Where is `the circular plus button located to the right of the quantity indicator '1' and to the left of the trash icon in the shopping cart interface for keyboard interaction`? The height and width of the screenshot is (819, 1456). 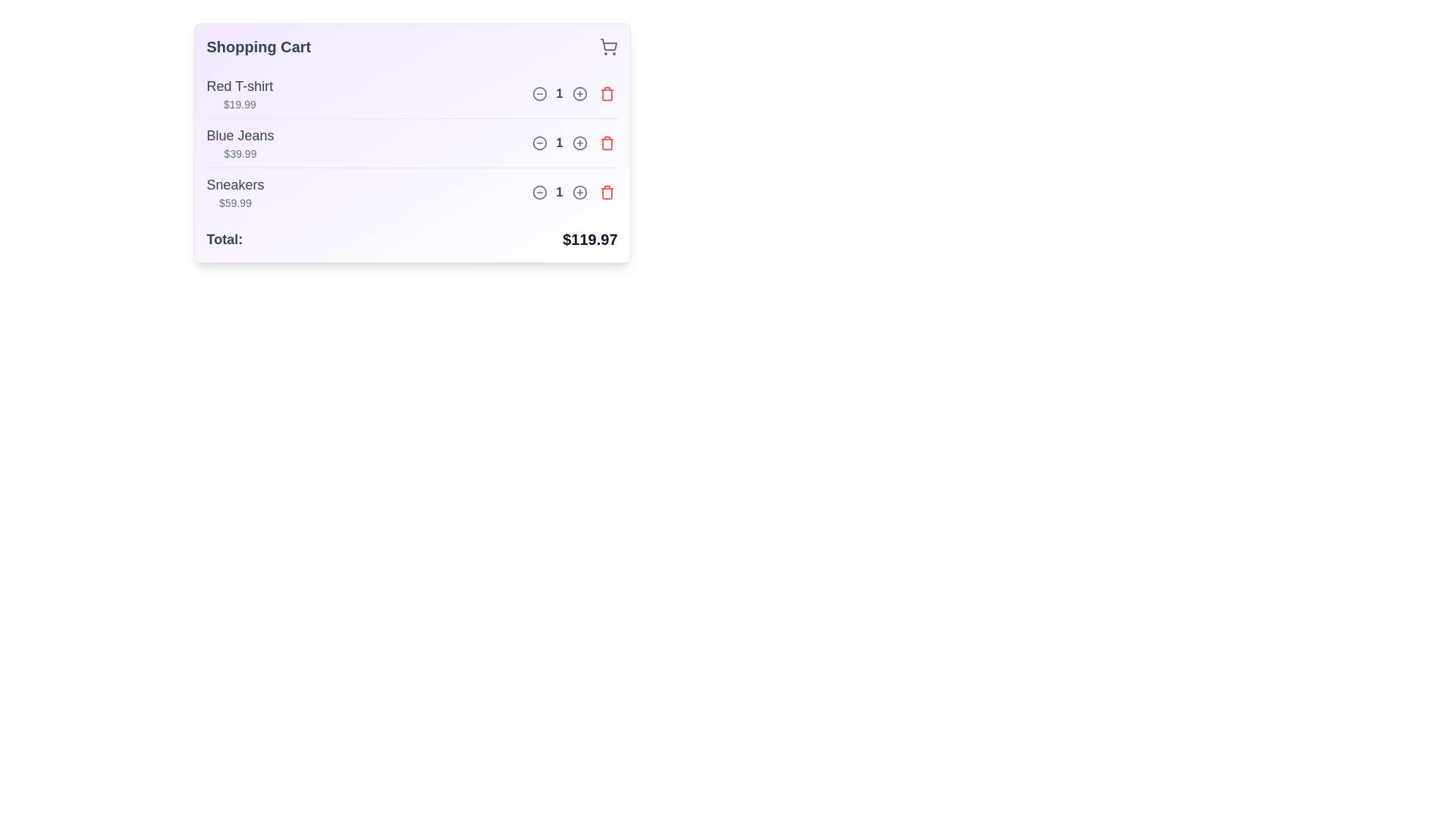
the circular plus button located to the right of the quantity indicator '1' and to the left of the trash icon in the shopping cart interface for keyboard interaction is located at coordinates (579, 93).